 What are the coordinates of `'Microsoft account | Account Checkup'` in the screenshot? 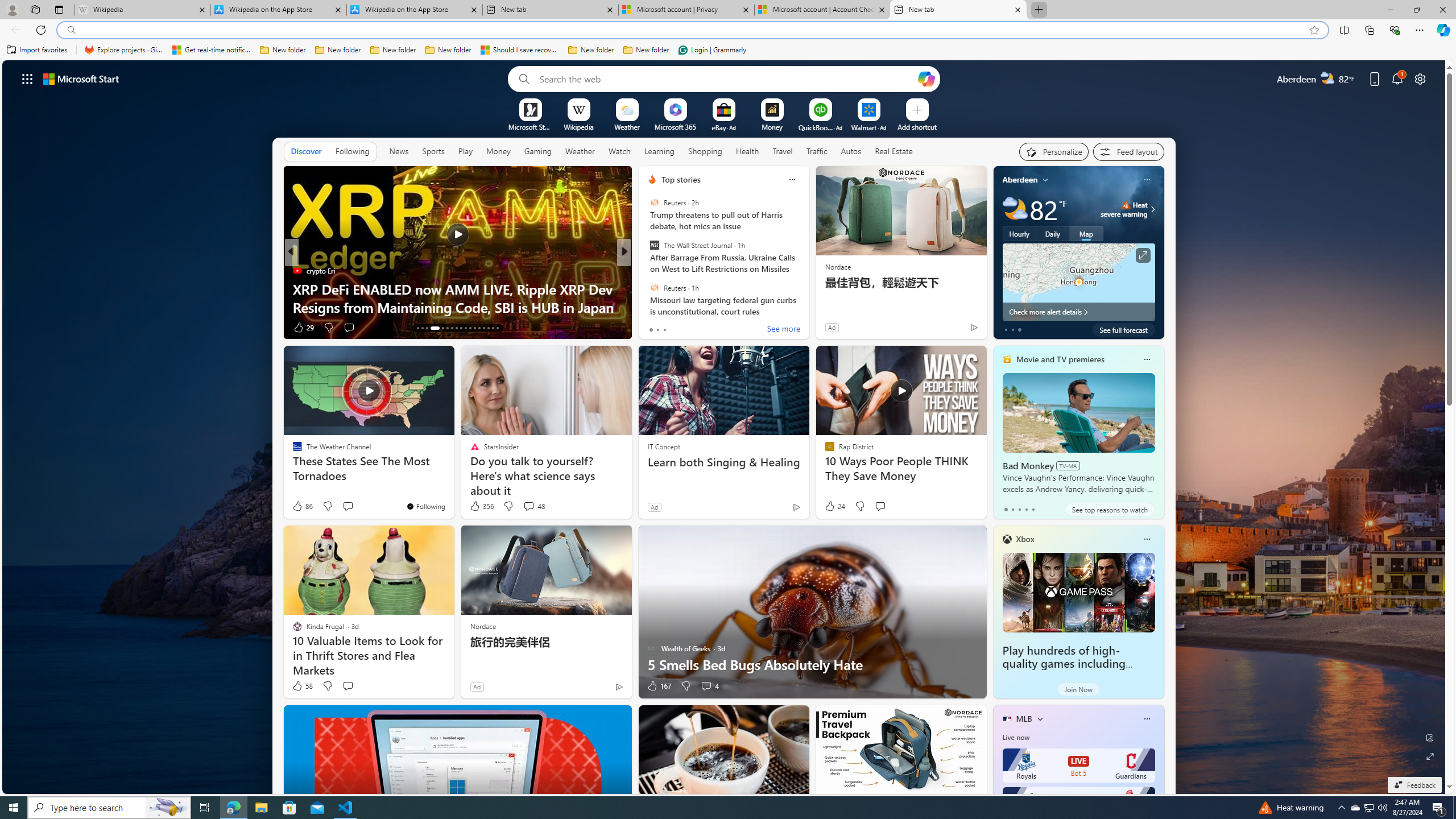 It's located at (822, 9).